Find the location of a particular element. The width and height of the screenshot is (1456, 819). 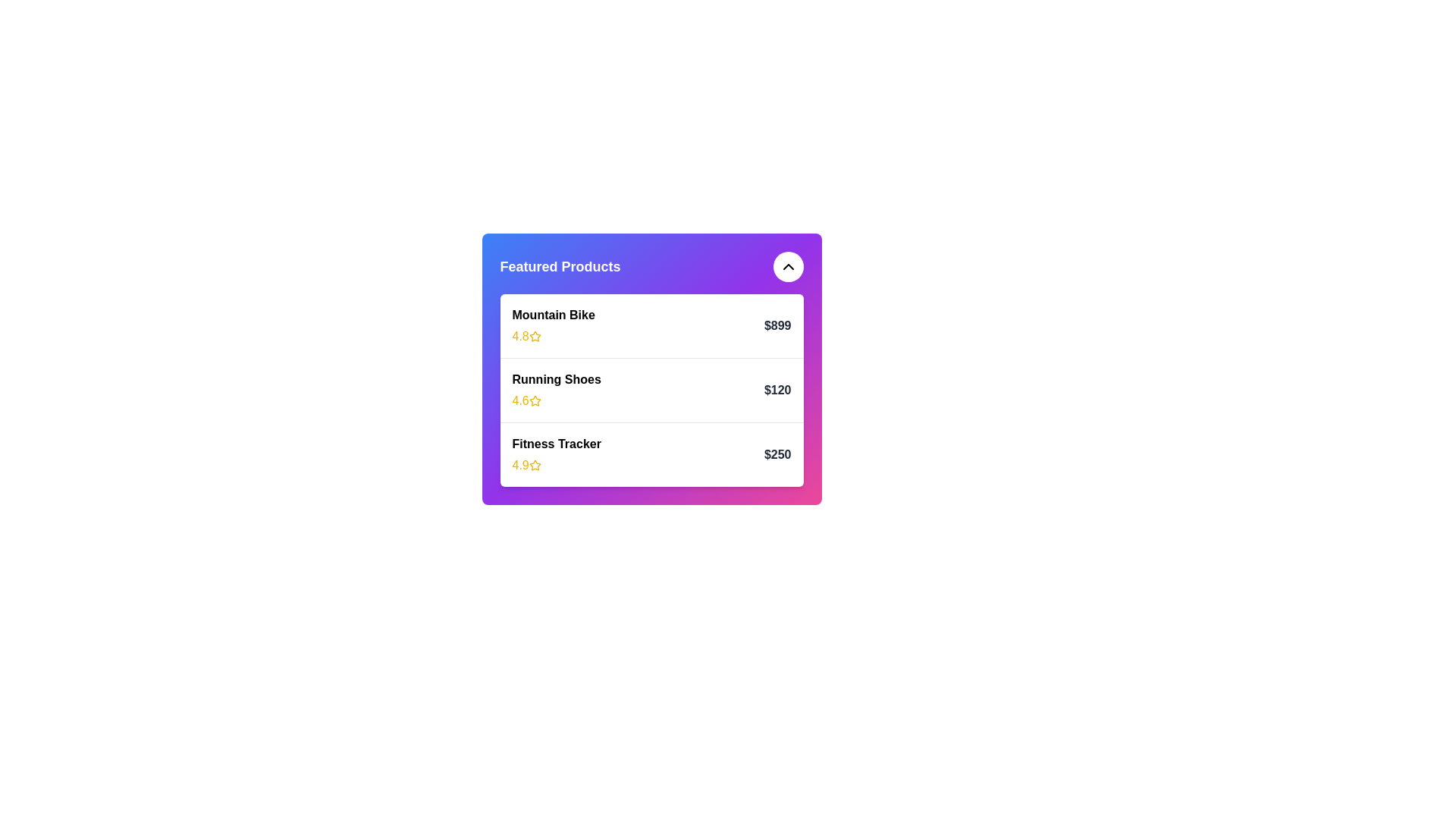

'Mountain Bike' text element located at the top of the 'Featured Products' list by clicking on it is located at coordinates (553, 325).